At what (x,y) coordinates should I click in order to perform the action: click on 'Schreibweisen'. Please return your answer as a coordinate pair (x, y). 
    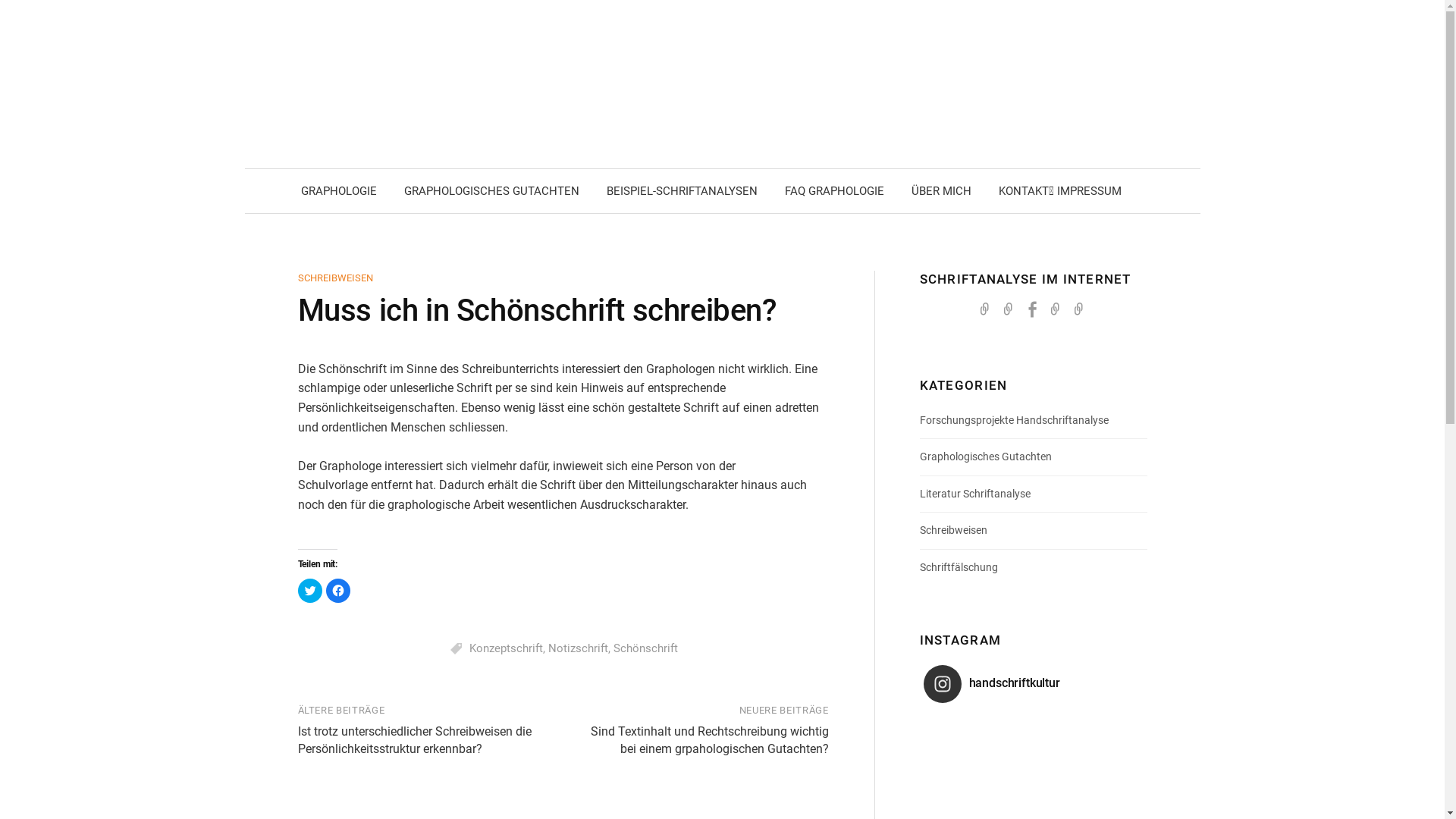
    Looking at the image, I should click on (952, 529).